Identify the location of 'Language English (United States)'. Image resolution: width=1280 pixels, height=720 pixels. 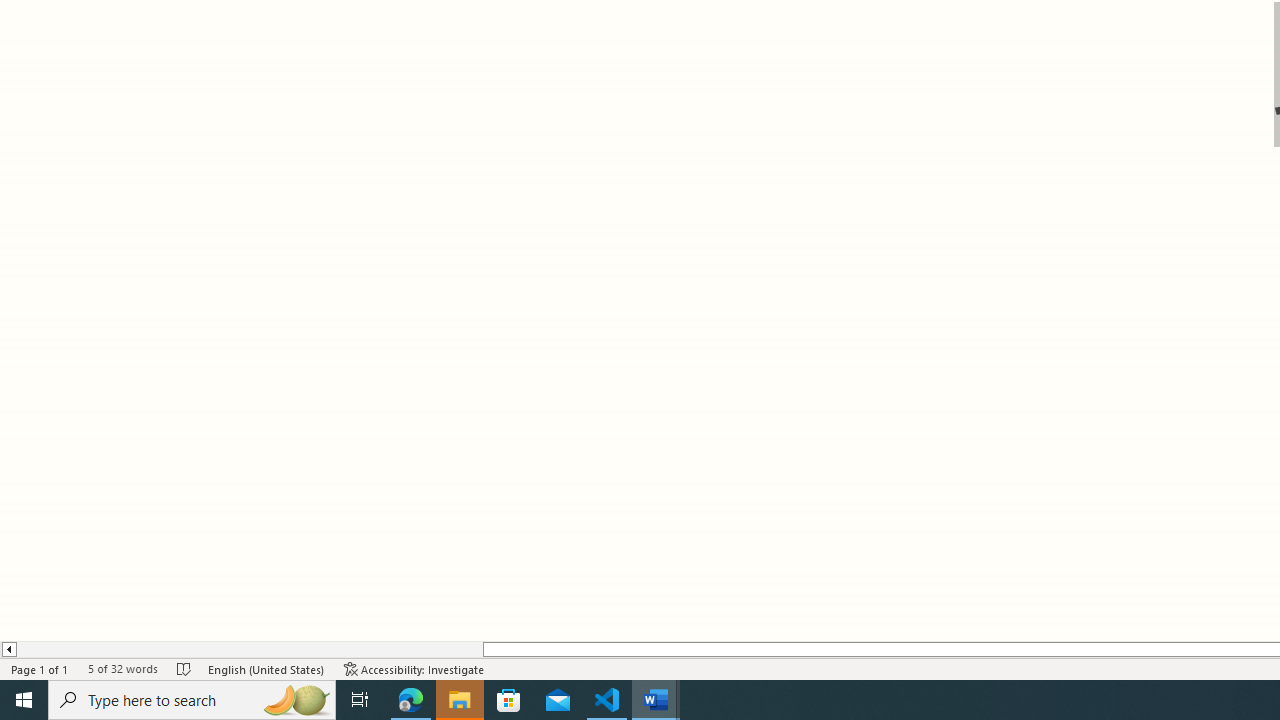
(265, 669).